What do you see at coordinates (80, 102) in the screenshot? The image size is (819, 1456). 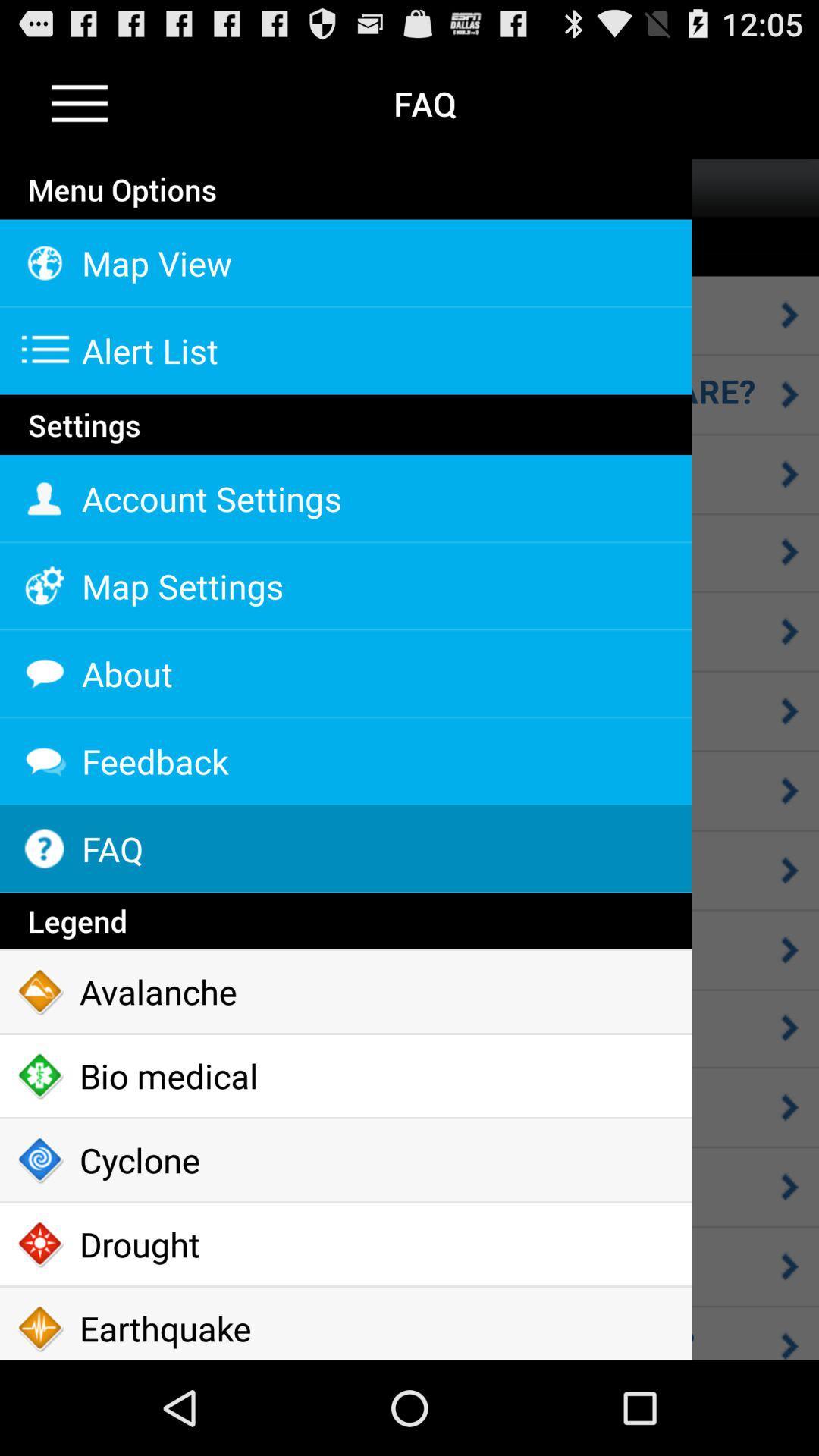 I see `the main menu` at bounding box center [80, 102].